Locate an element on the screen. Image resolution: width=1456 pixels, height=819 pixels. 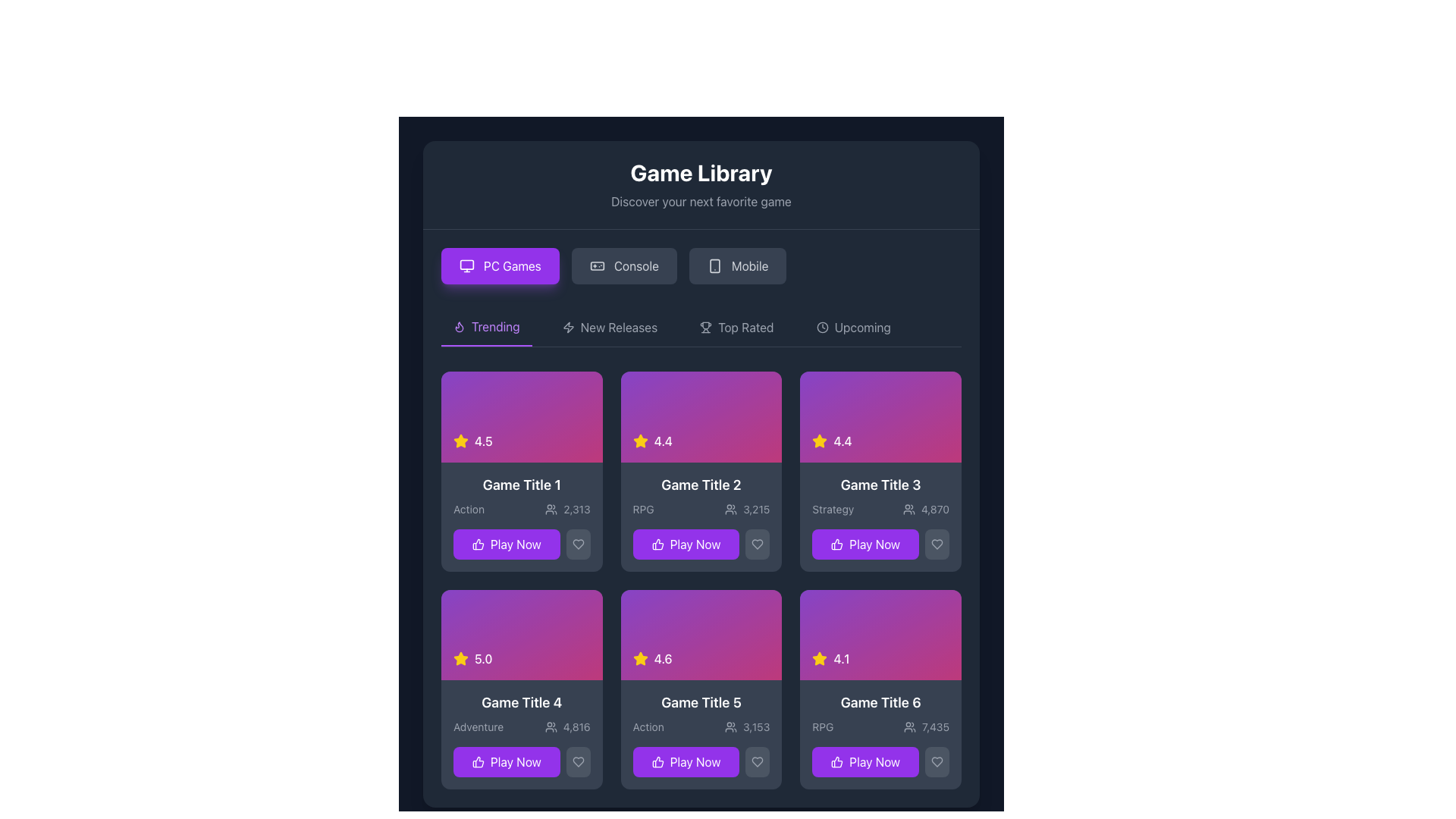
the 'Console' button, which is the second button in a horizontal layout with a dark gray background and bright text is located at coordinates (624, 265).